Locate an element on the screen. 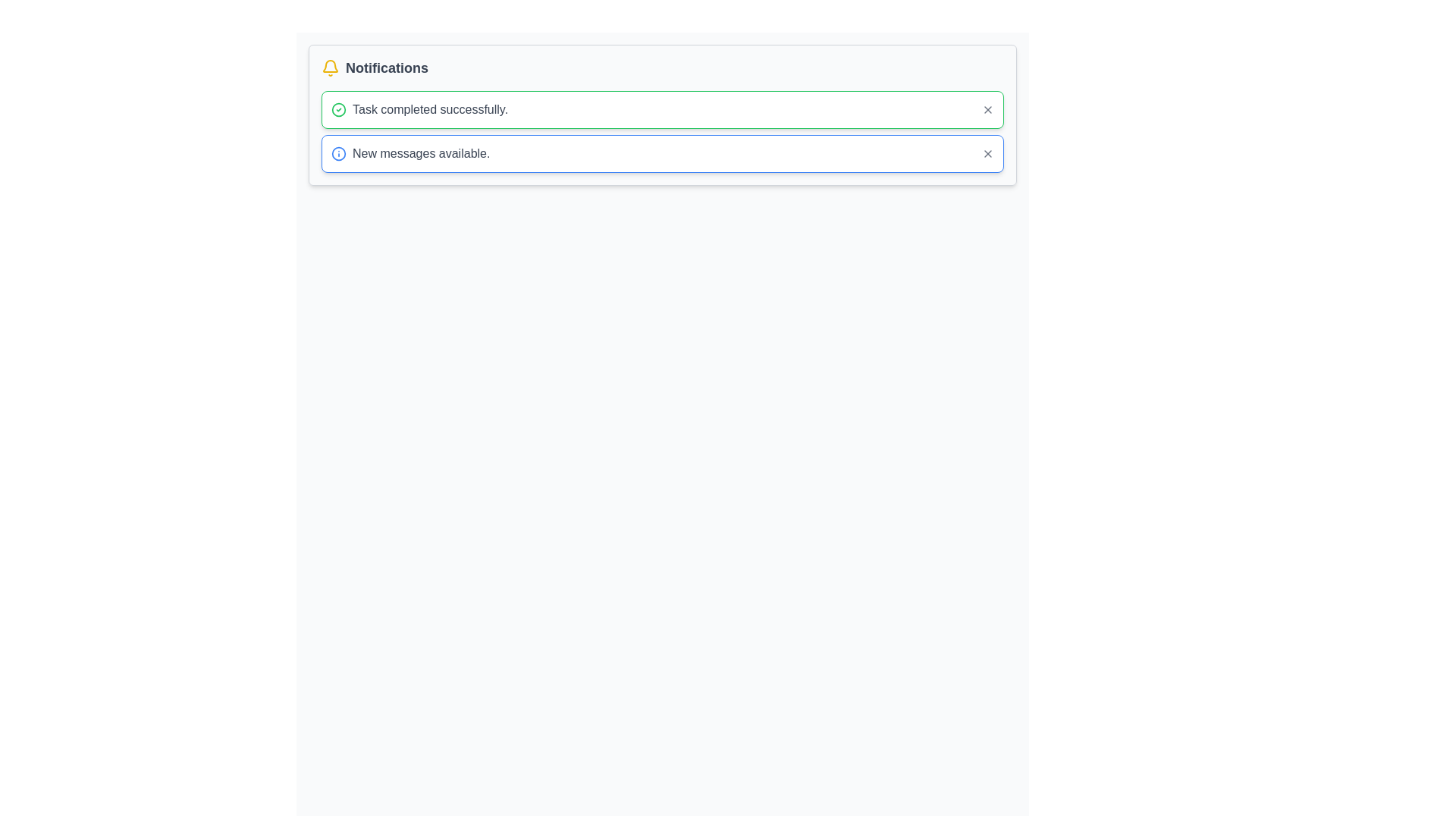 The height and width of the screenshot is (819, 1456). the static text label that indicates the successful completion of a task is located at coordinates (429, 109).